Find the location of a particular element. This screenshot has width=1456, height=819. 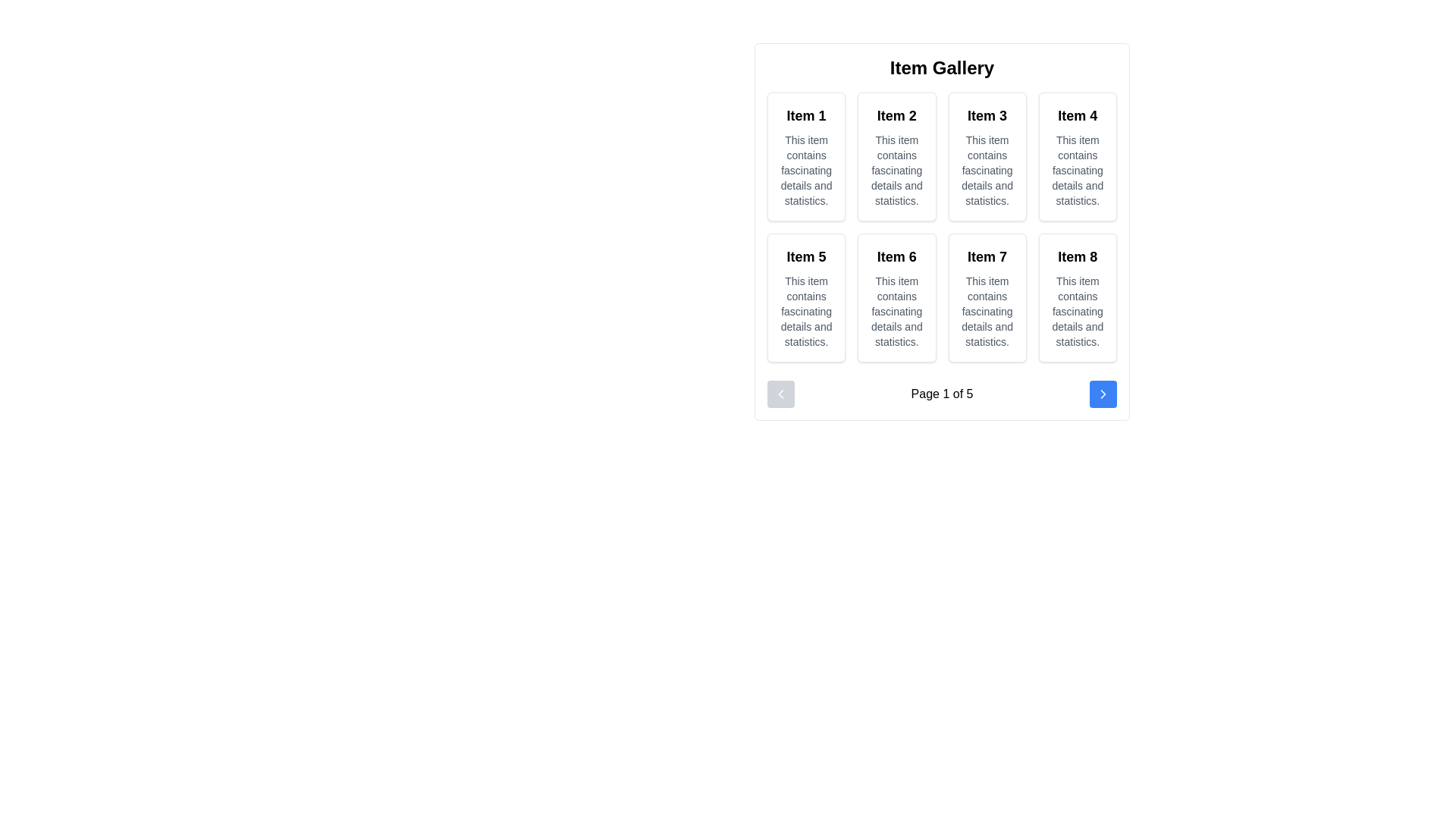

text from the Text Label that serves as the title or header for the last card in the second row of the grid structure is located at coordinates (1077, 256).